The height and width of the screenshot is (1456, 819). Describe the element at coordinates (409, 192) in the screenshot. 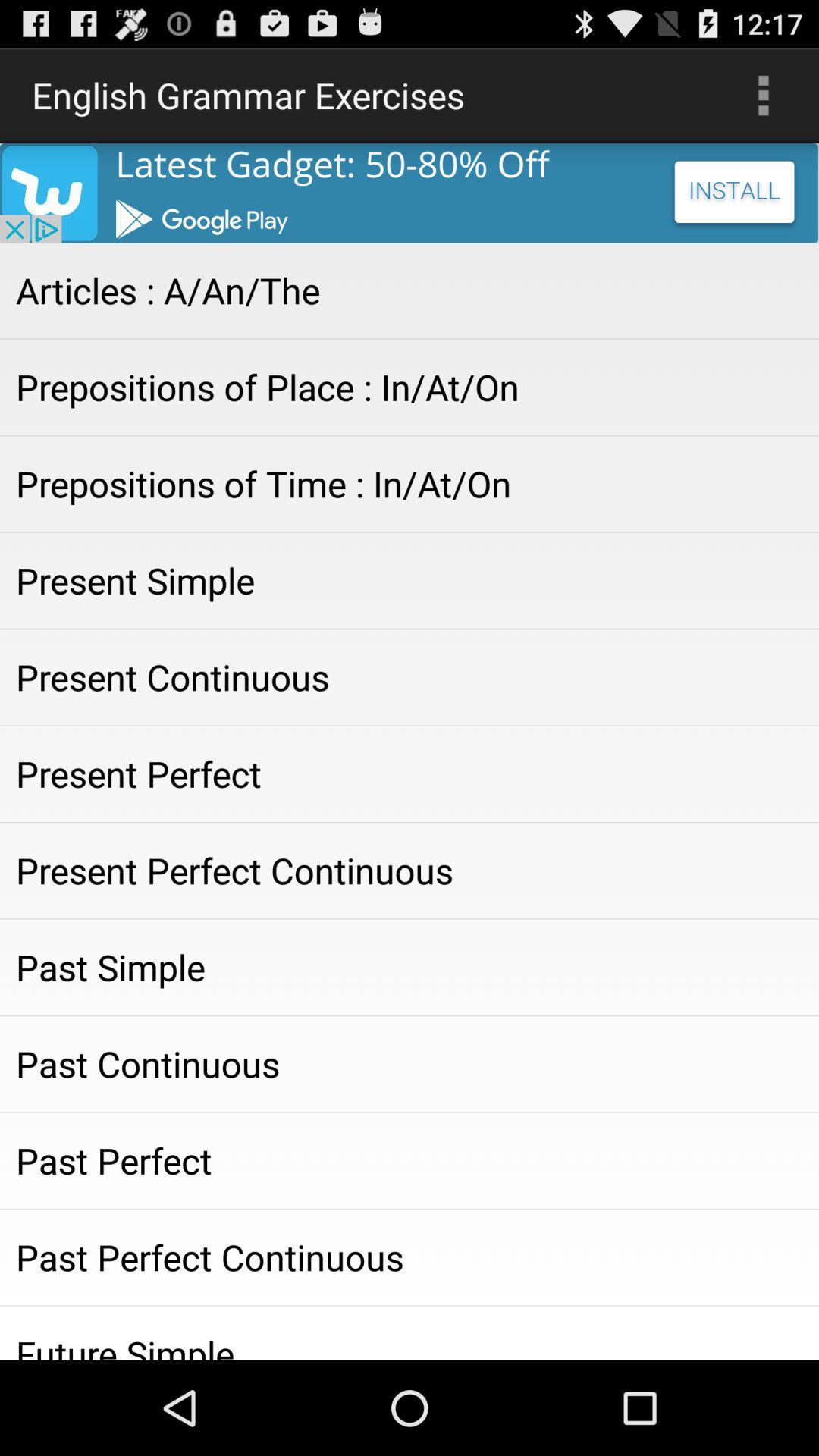

I see `install app` at that location.